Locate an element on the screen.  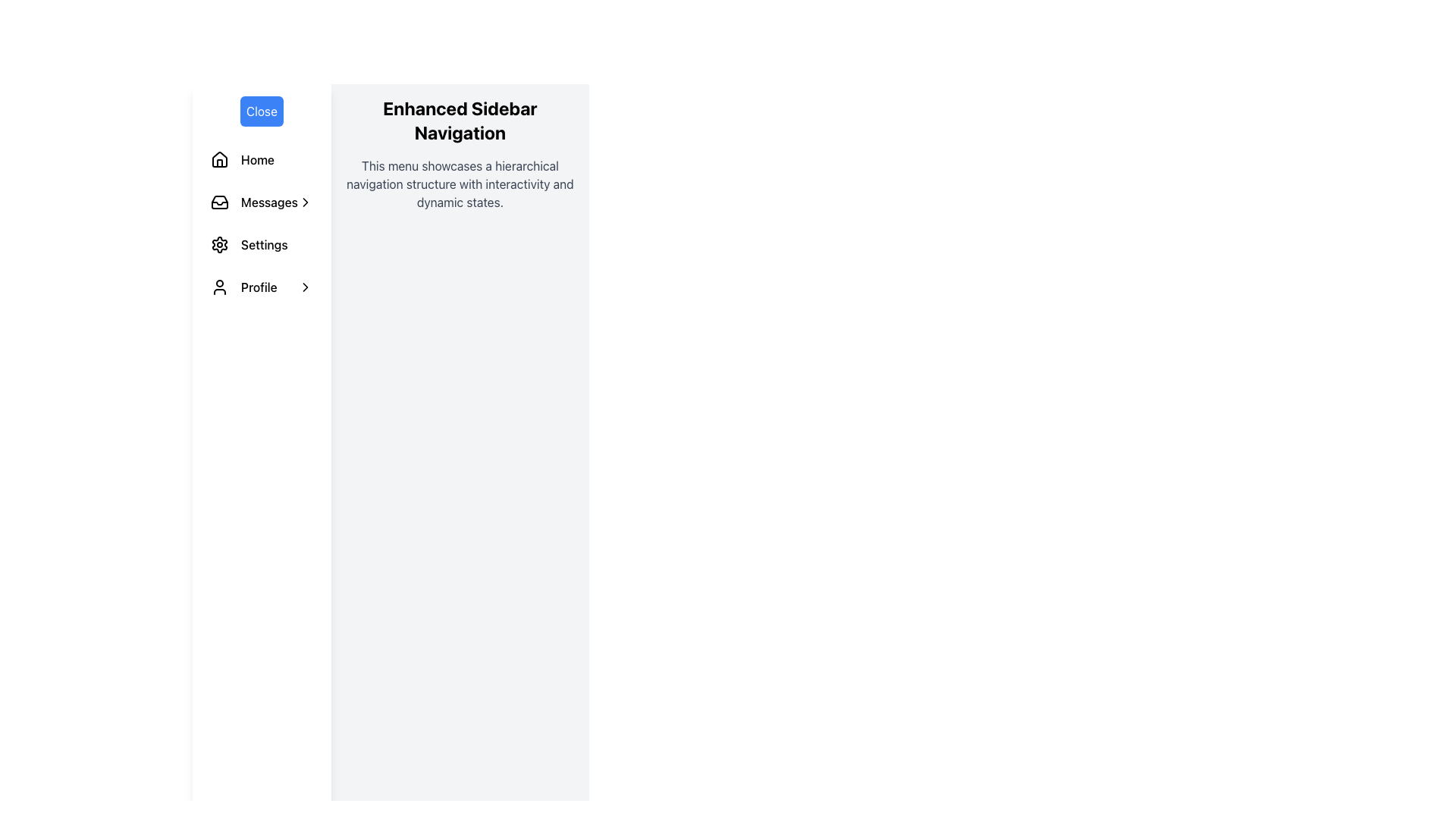
the 'Profile' Navigation Button, which is the fourth item in the vertical navigation menu is located at coordinates (262, 287).